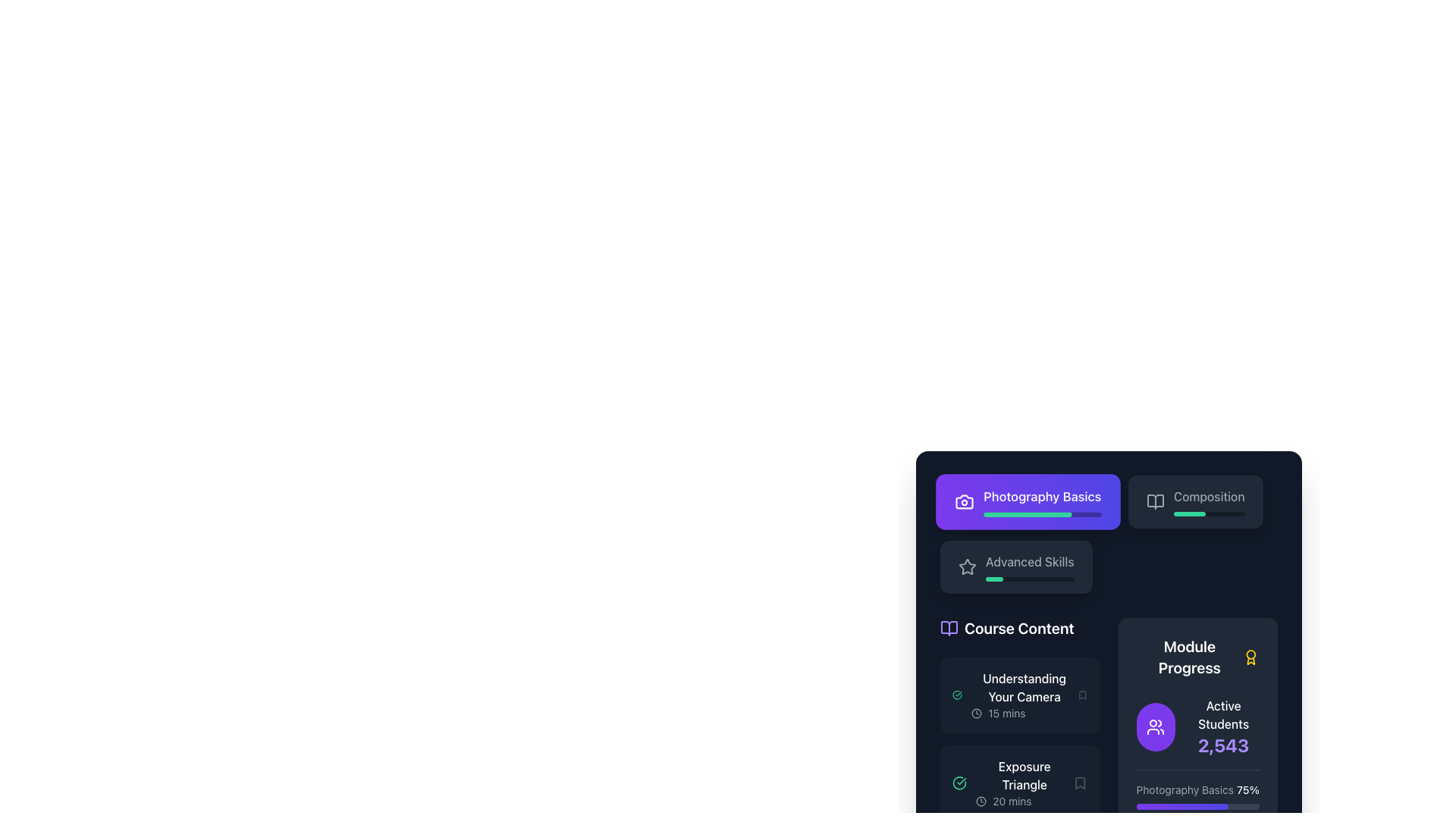 The width and height of the screenshot is (1456, 819). Describe the element at coordinates (964, 502) in the screenshot. I see `the 'Photography Basics' icon, which visually represents the section with a camera-like design, located in the top-left corner near its text label` at that location.